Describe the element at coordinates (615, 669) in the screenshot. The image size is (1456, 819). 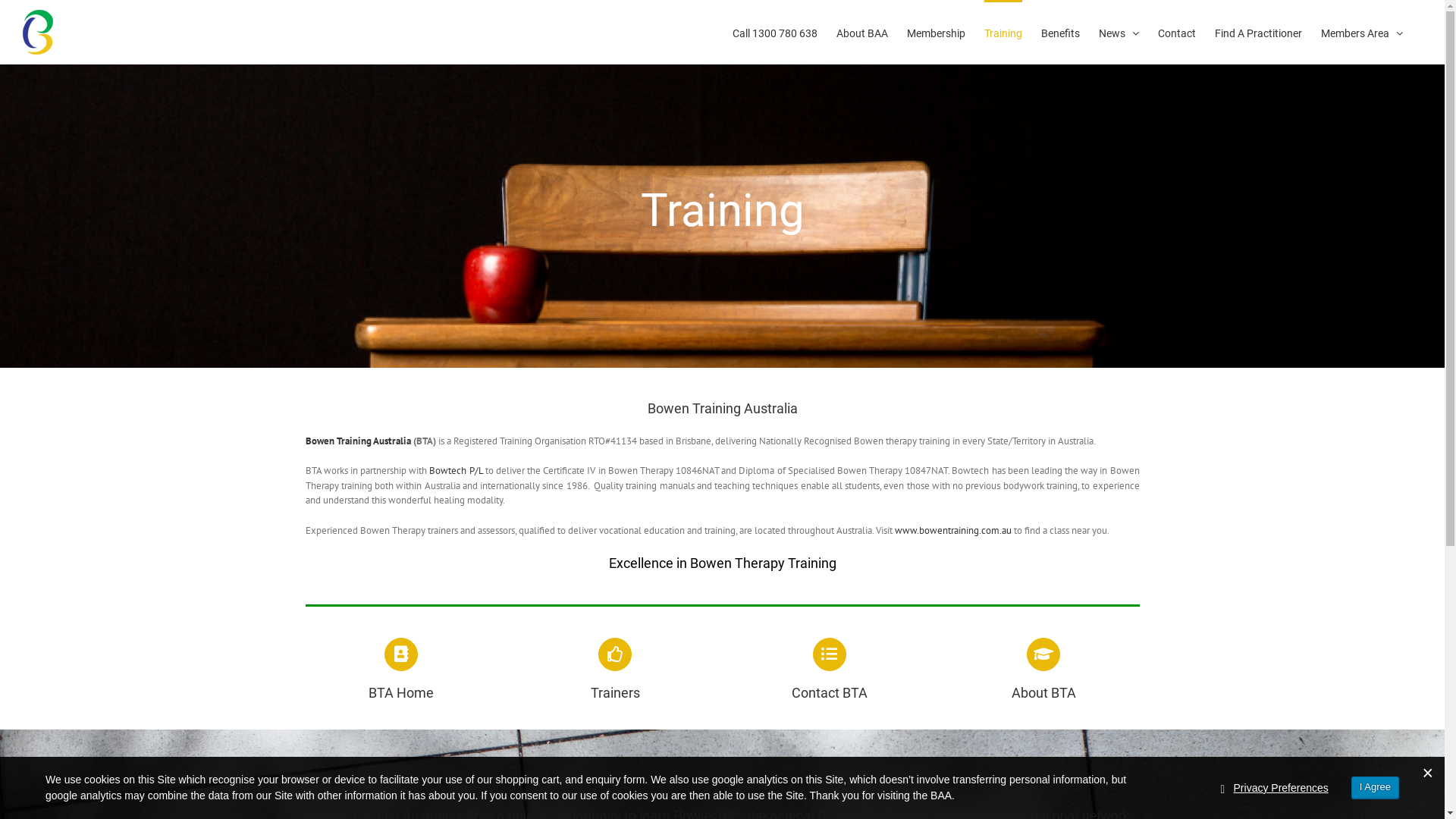
I see `'Trainers'` at that location.